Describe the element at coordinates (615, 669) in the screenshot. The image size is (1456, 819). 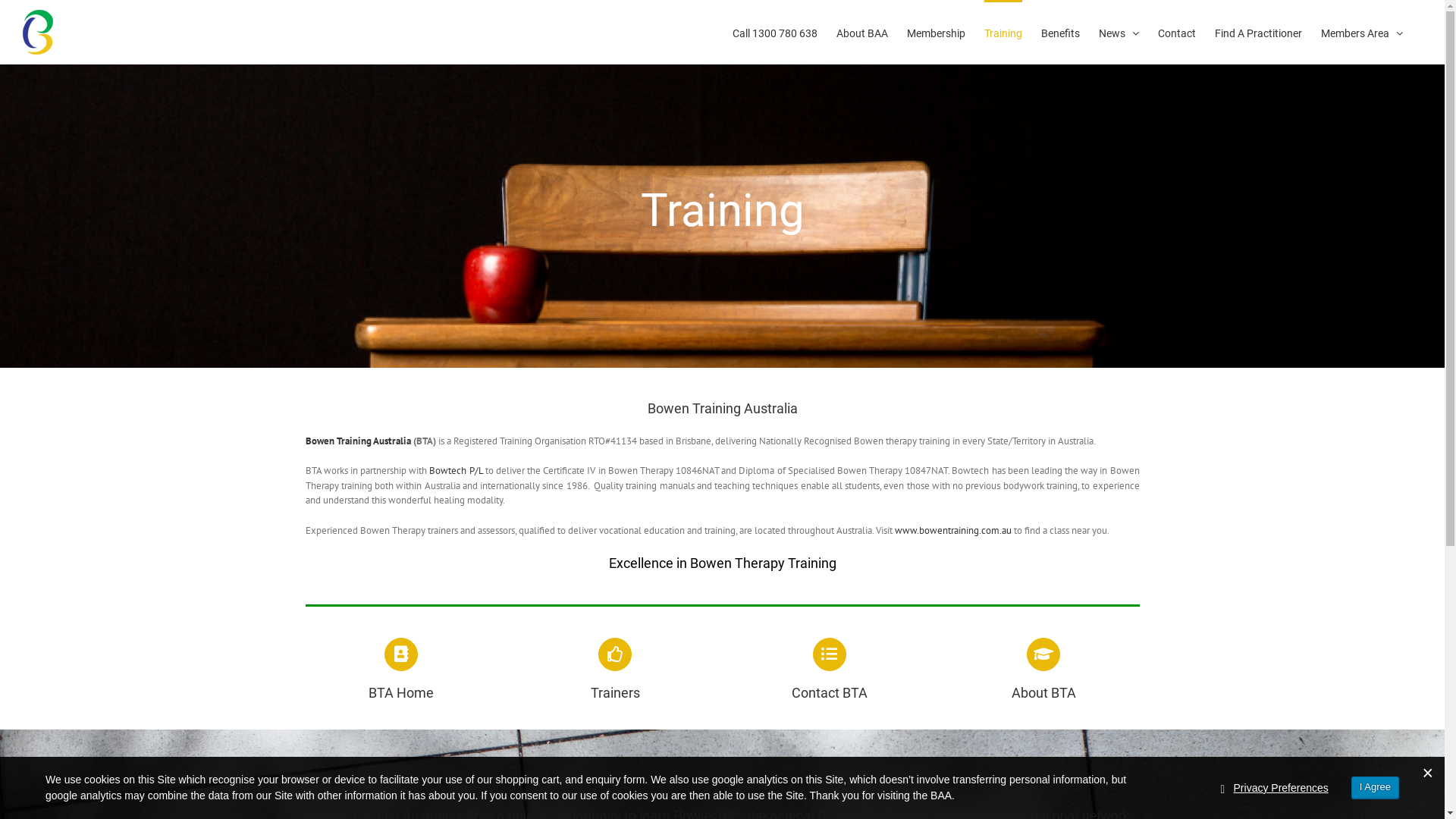
I see `'Trainers'` at that location.